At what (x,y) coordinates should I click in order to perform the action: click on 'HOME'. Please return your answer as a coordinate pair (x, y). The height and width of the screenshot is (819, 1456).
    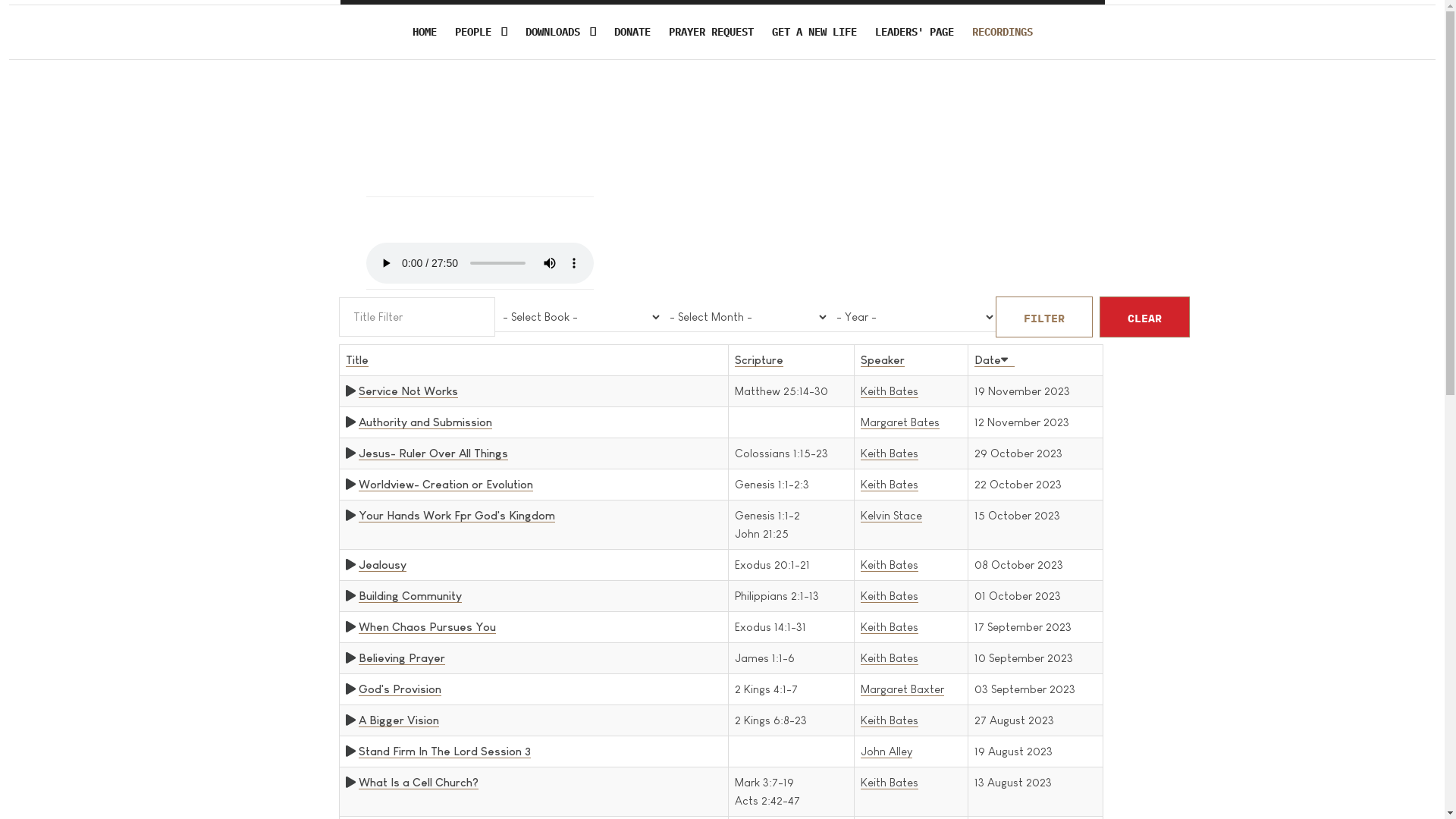
    Looking at the image, I should click on (425, 32).